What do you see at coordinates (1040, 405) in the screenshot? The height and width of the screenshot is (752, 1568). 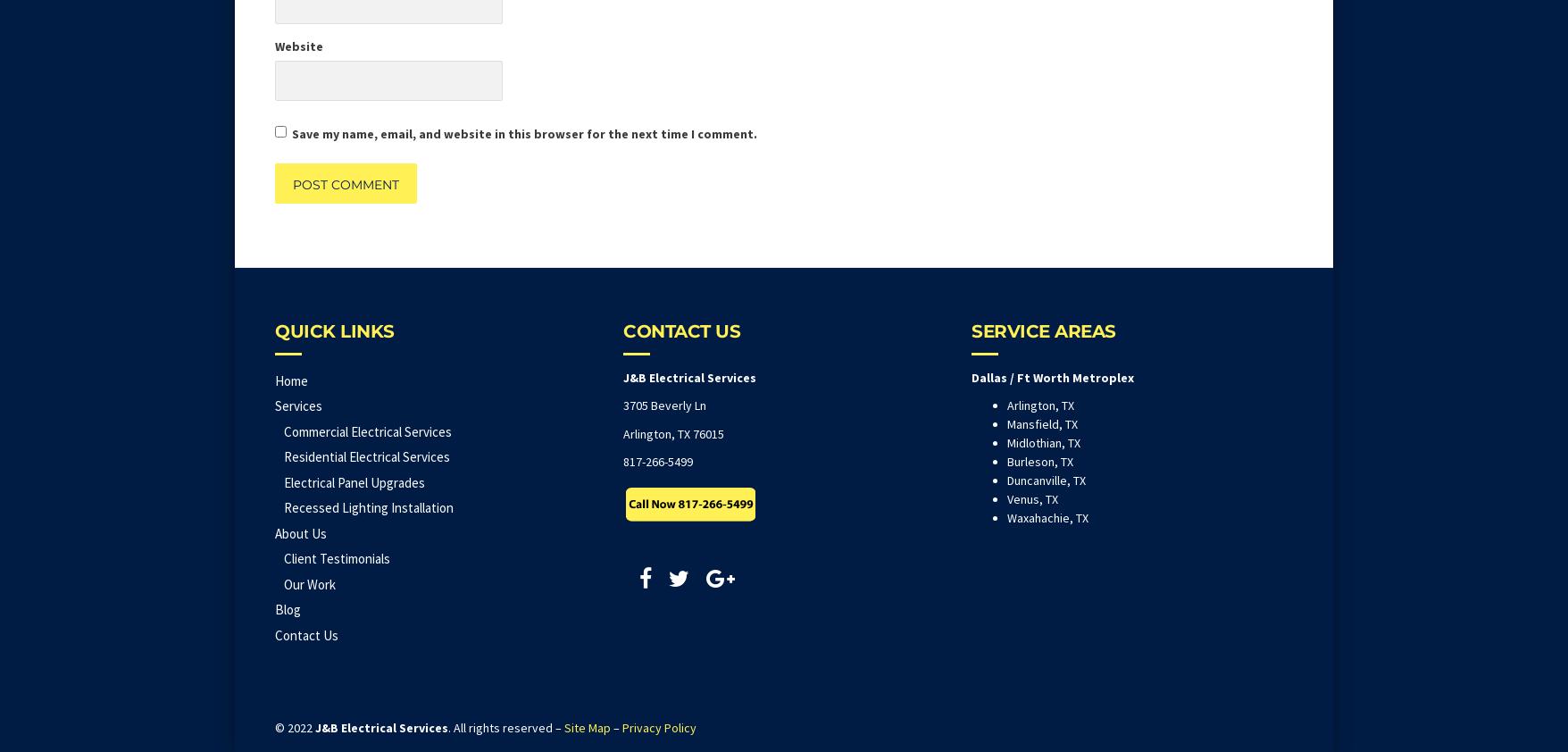 I see `'Arlington, TX'` at bounding box center [1040, 405].